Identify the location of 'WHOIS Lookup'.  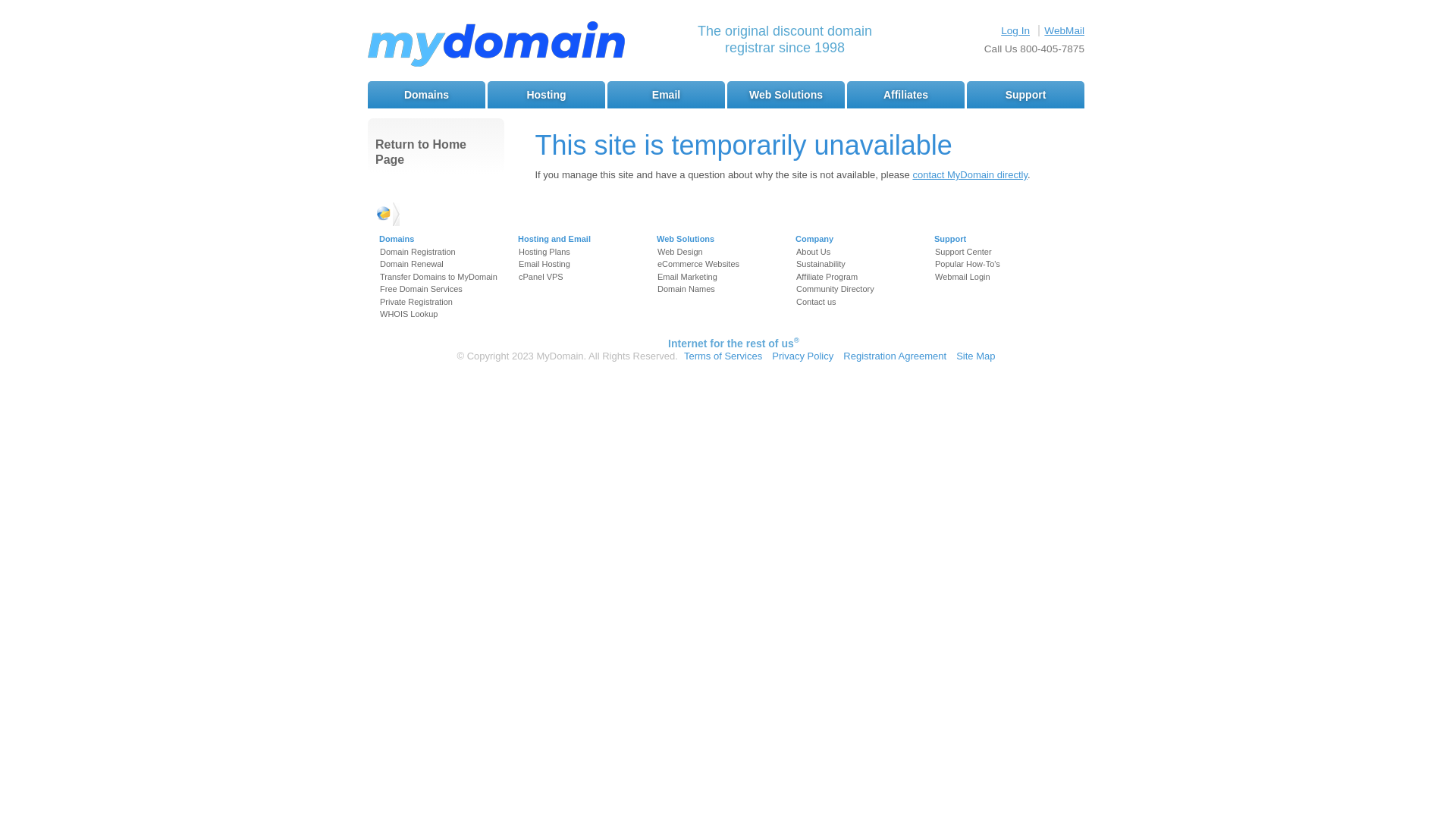
(379, 312).